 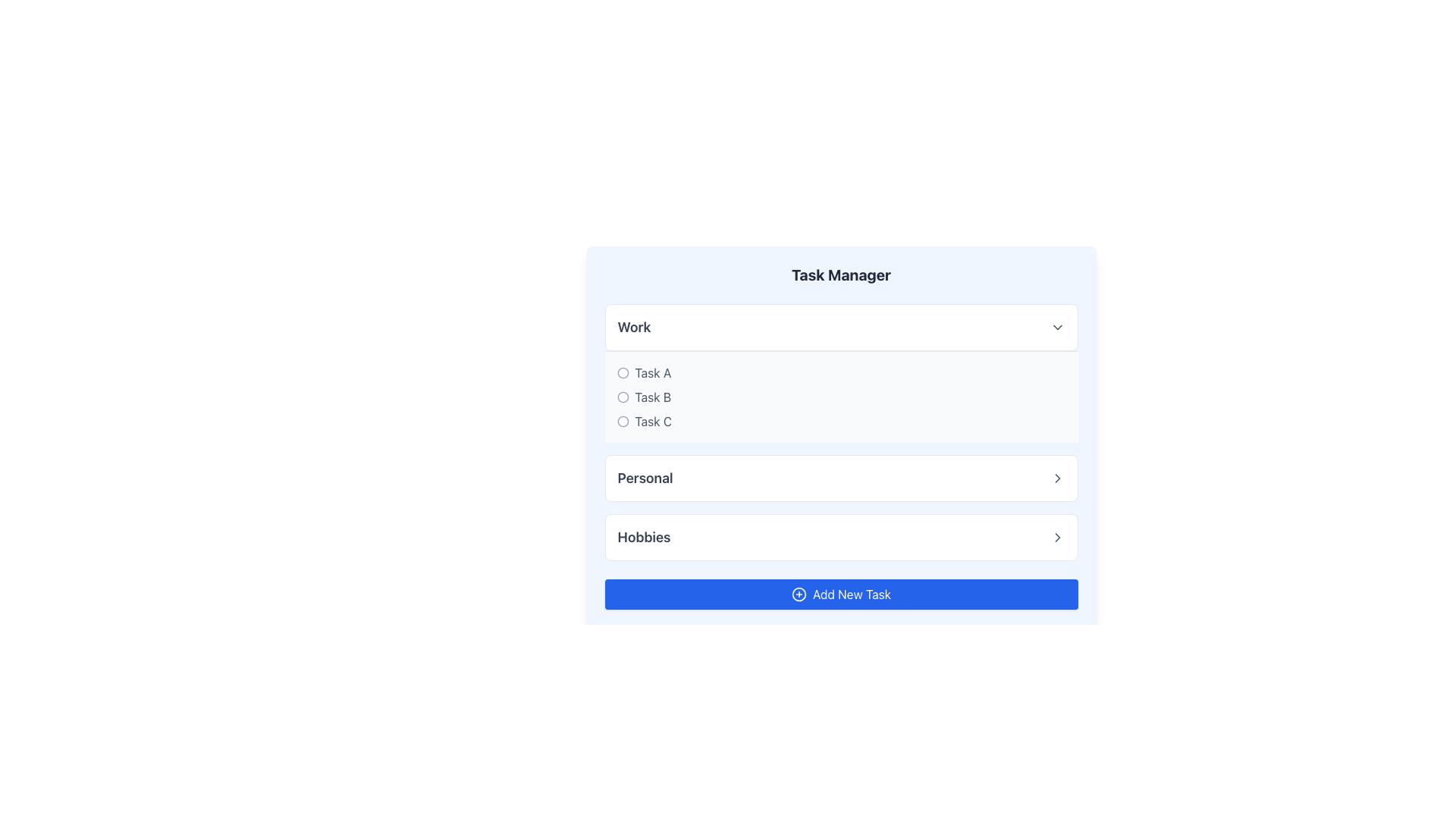 What do you see at coordinates (623, 421) in the screenshot?
I see `the circular radio button located to the left of the 'Task C' label` at bounding box center [623, 421].